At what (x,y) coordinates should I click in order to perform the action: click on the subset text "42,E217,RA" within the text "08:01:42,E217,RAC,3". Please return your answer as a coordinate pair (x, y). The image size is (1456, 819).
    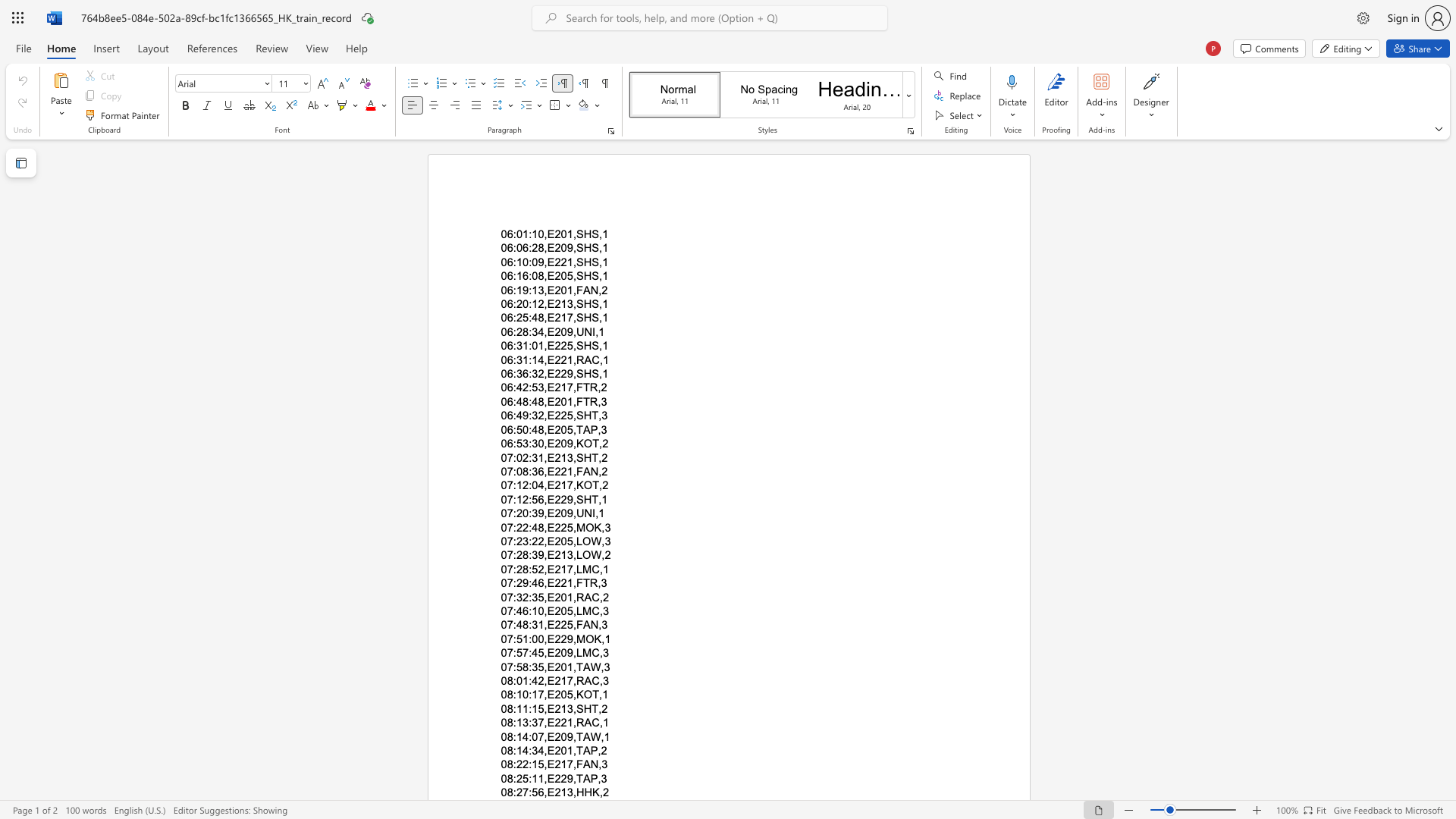
    Looking at the image, I should click on (532, 680).